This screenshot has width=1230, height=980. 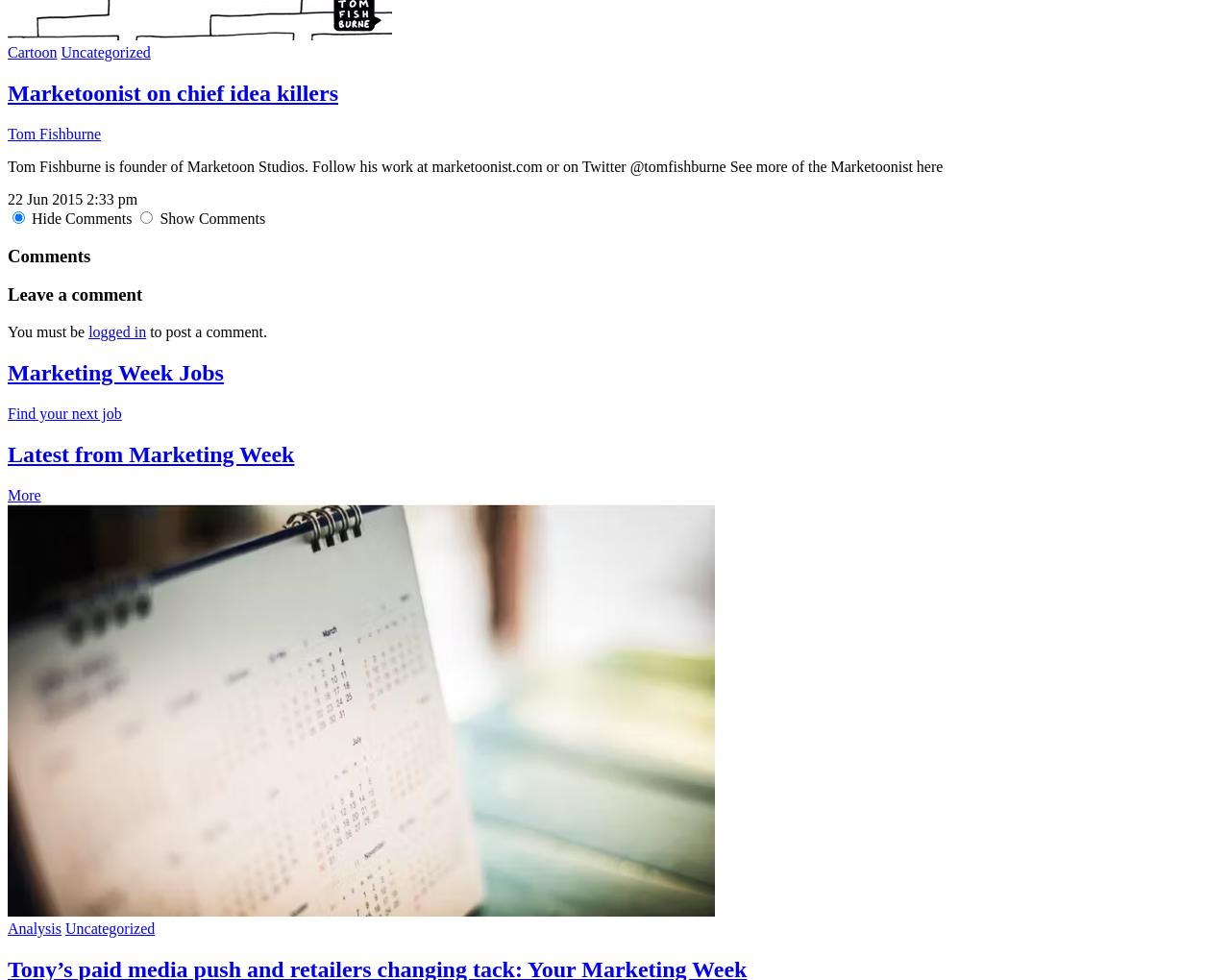 I want to click on 'to post a comment.', so click(x=206, y=331).